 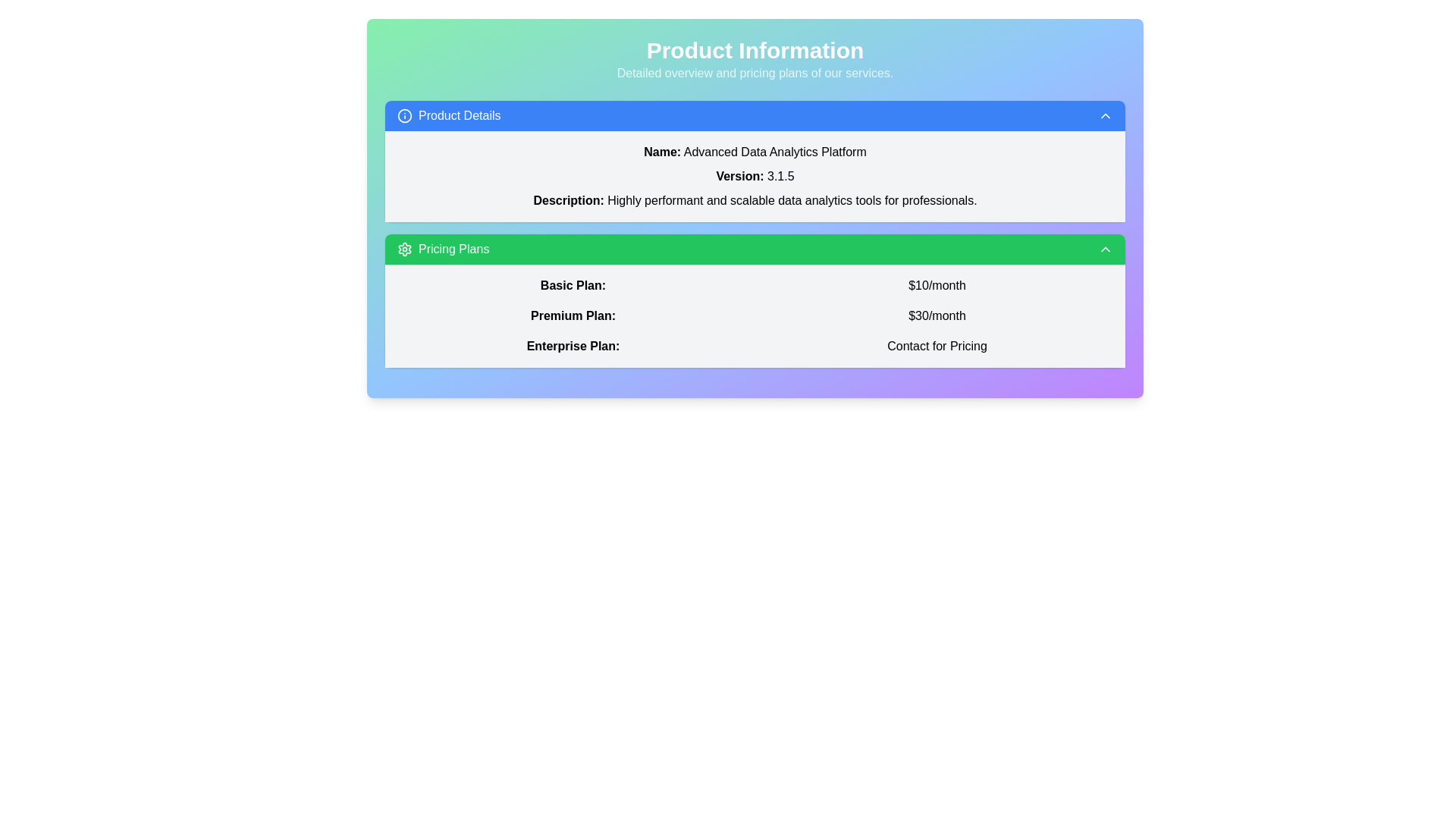 What do you see at coordinates (755, 152) in the screenshot?
I see `the text label displaying 'Name: Advanced Data Analytics Platform', which is the first row under 'Product Details' with a light-gray background` at bounding box center [755, 152].